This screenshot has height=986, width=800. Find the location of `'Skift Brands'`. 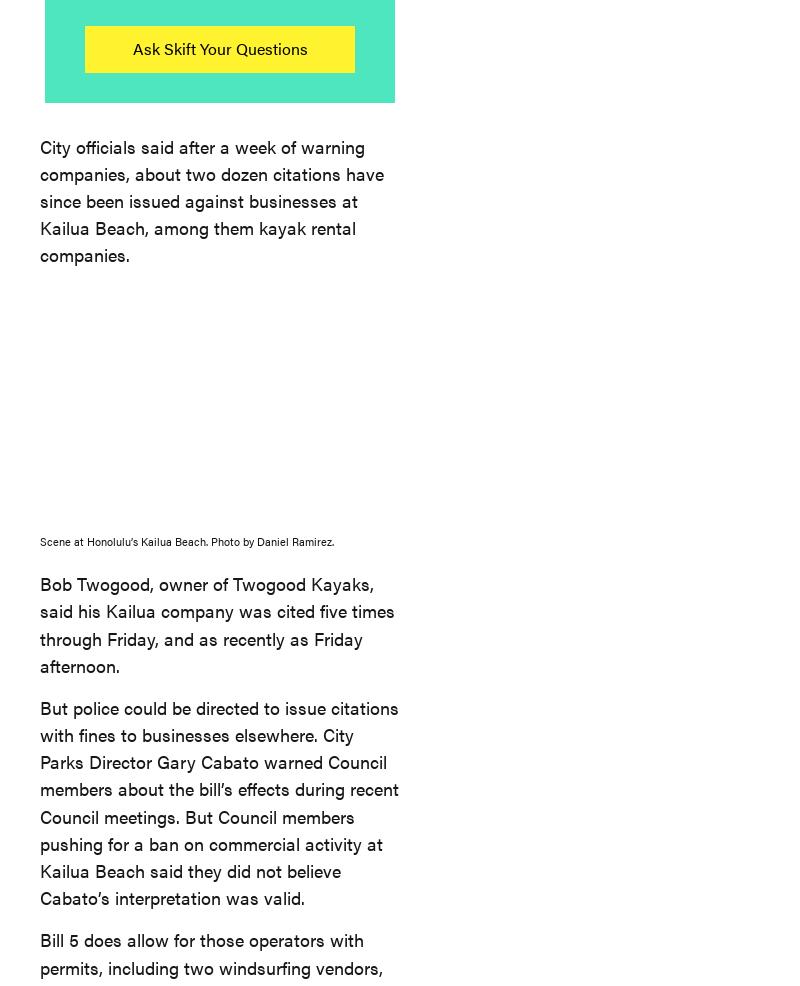

'Skift Brands' is located at coordinates (129, 302).